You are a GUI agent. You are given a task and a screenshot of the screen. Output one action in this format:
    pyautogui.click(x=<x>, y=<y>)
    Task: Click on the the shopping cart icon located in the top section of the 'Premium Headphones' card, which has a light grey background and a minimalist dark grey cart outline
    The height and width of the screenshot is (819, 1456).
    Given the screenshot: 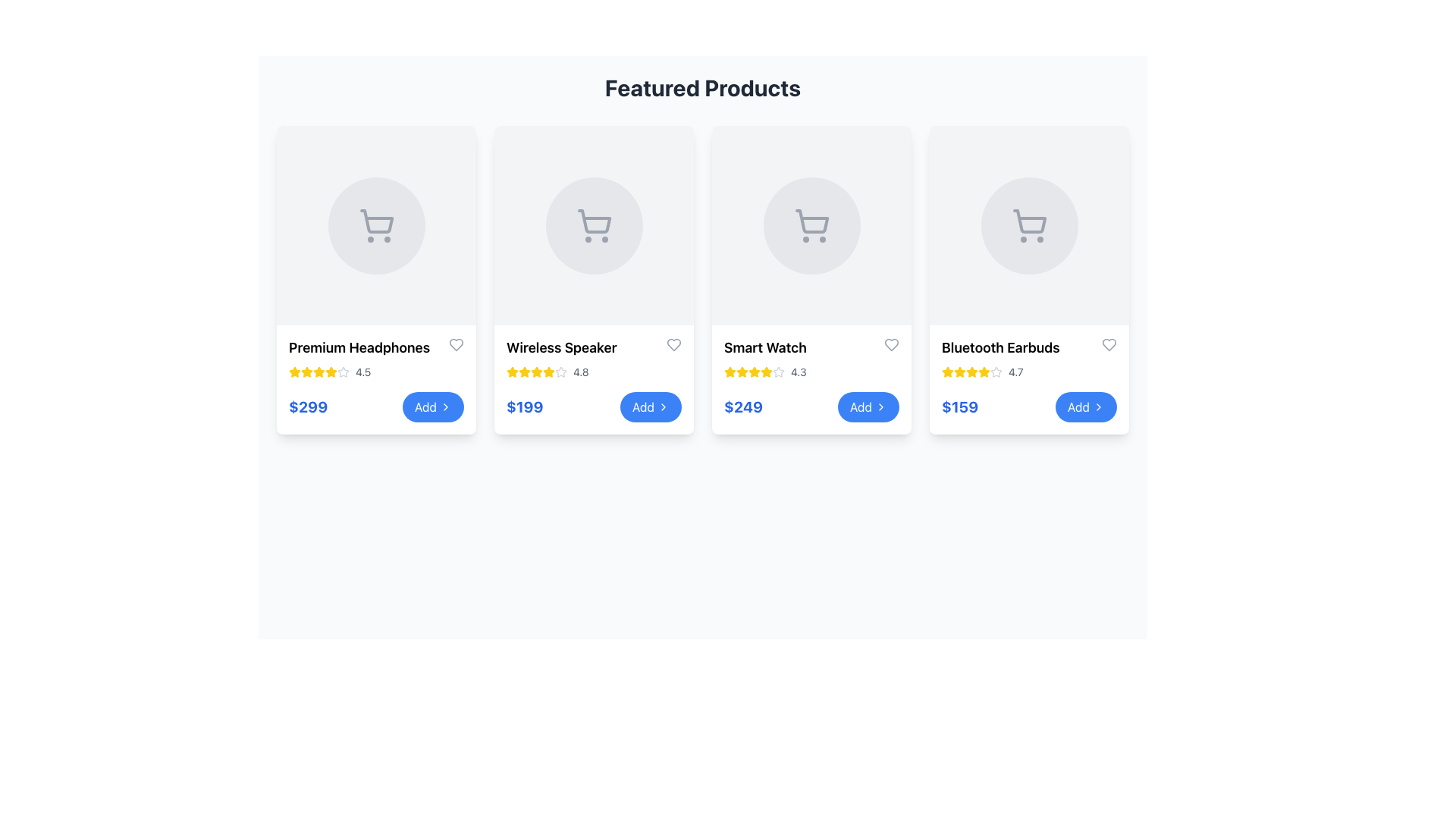 What is the action you would take?
    pyautogui.click(x=376, y=225)
    